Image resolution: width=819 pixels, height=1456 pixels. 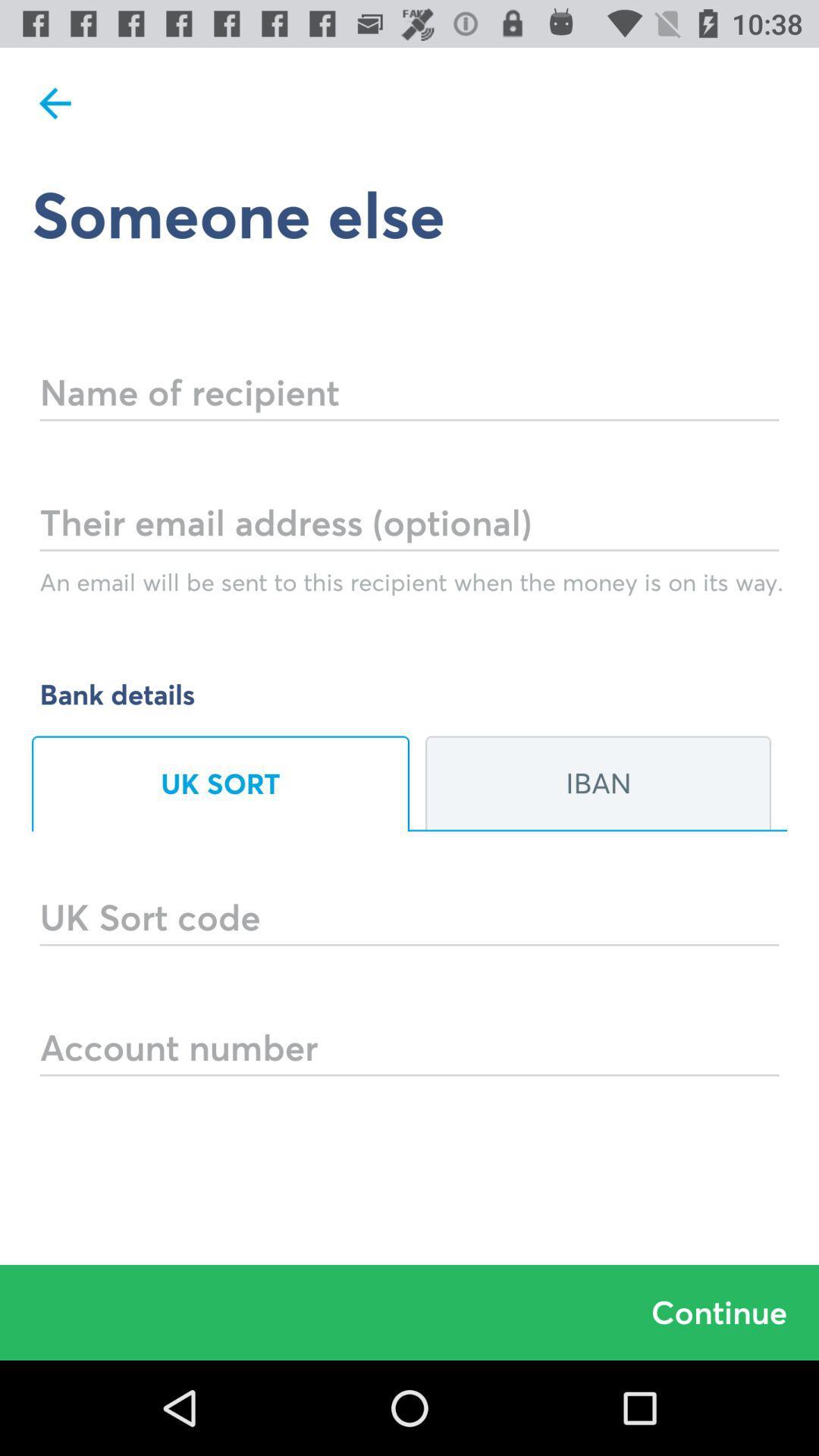 What do you see at coordinates (55, 102) in the screenshot?
I see `item at the top left corner` at bounding box center [55, 102].